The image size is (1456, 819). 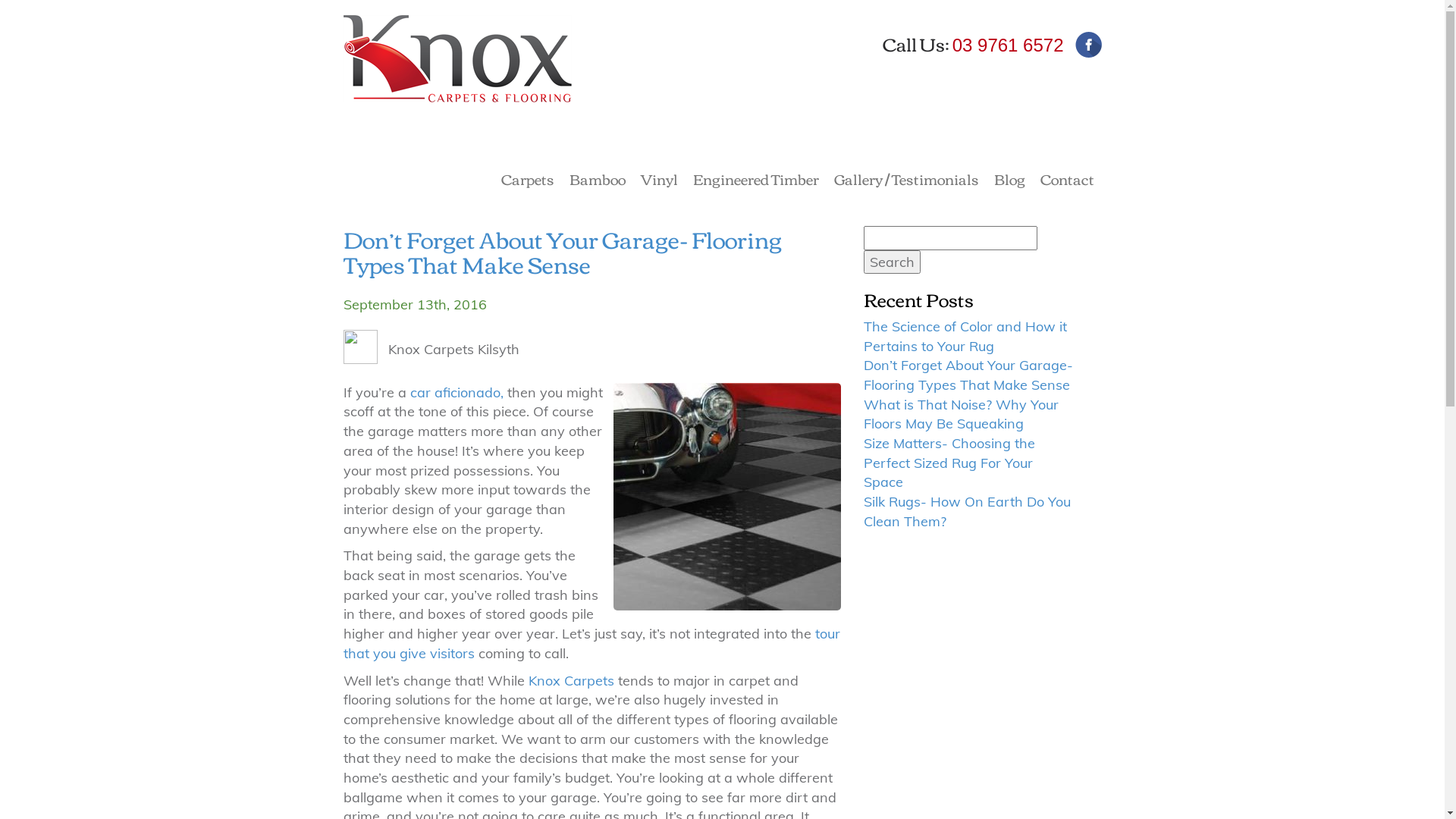 I want to click on '03 9761 6572', so click(x=952, y=44).